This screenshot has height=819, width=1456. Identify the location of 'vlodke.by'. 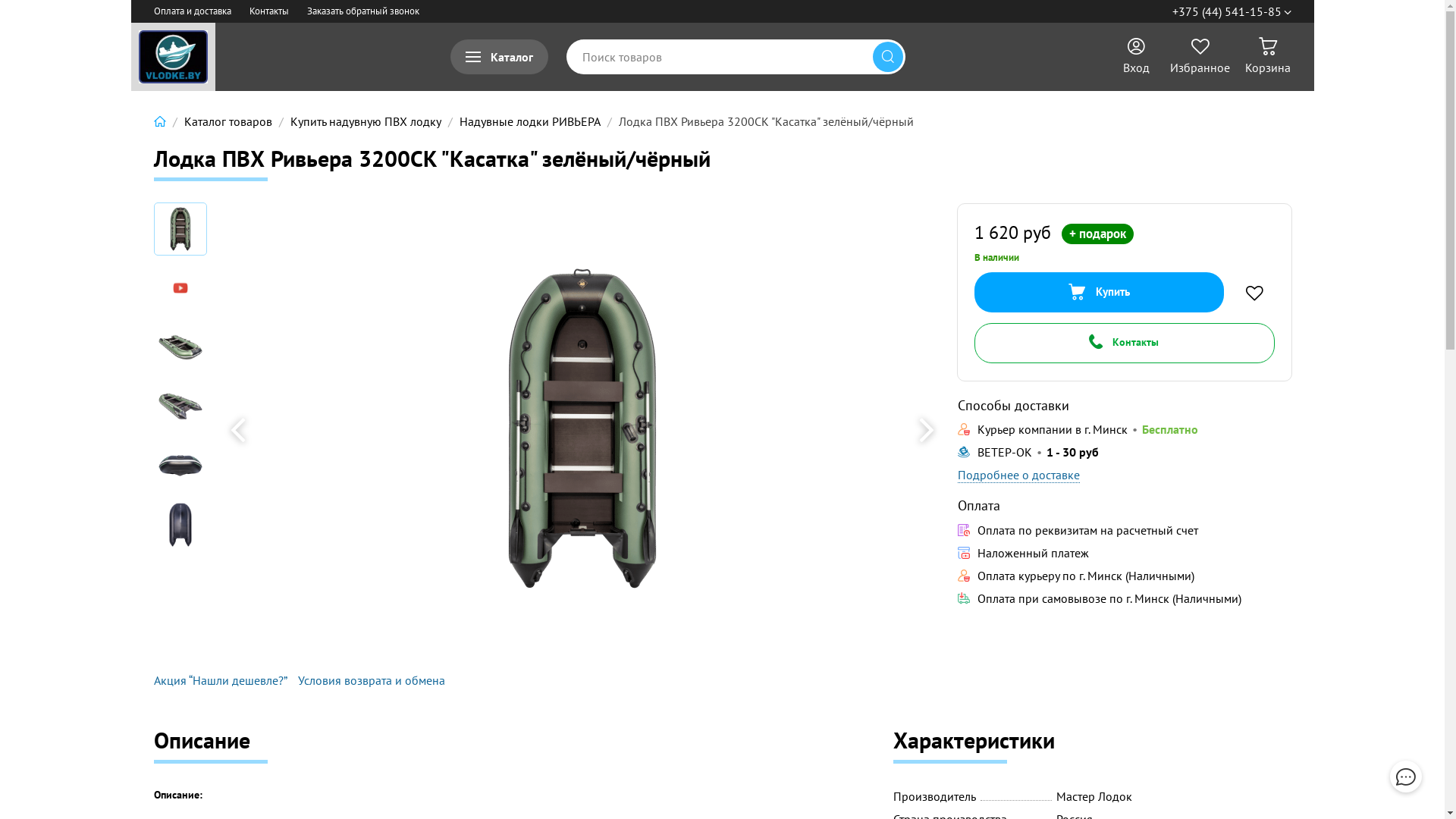
(172, 55).